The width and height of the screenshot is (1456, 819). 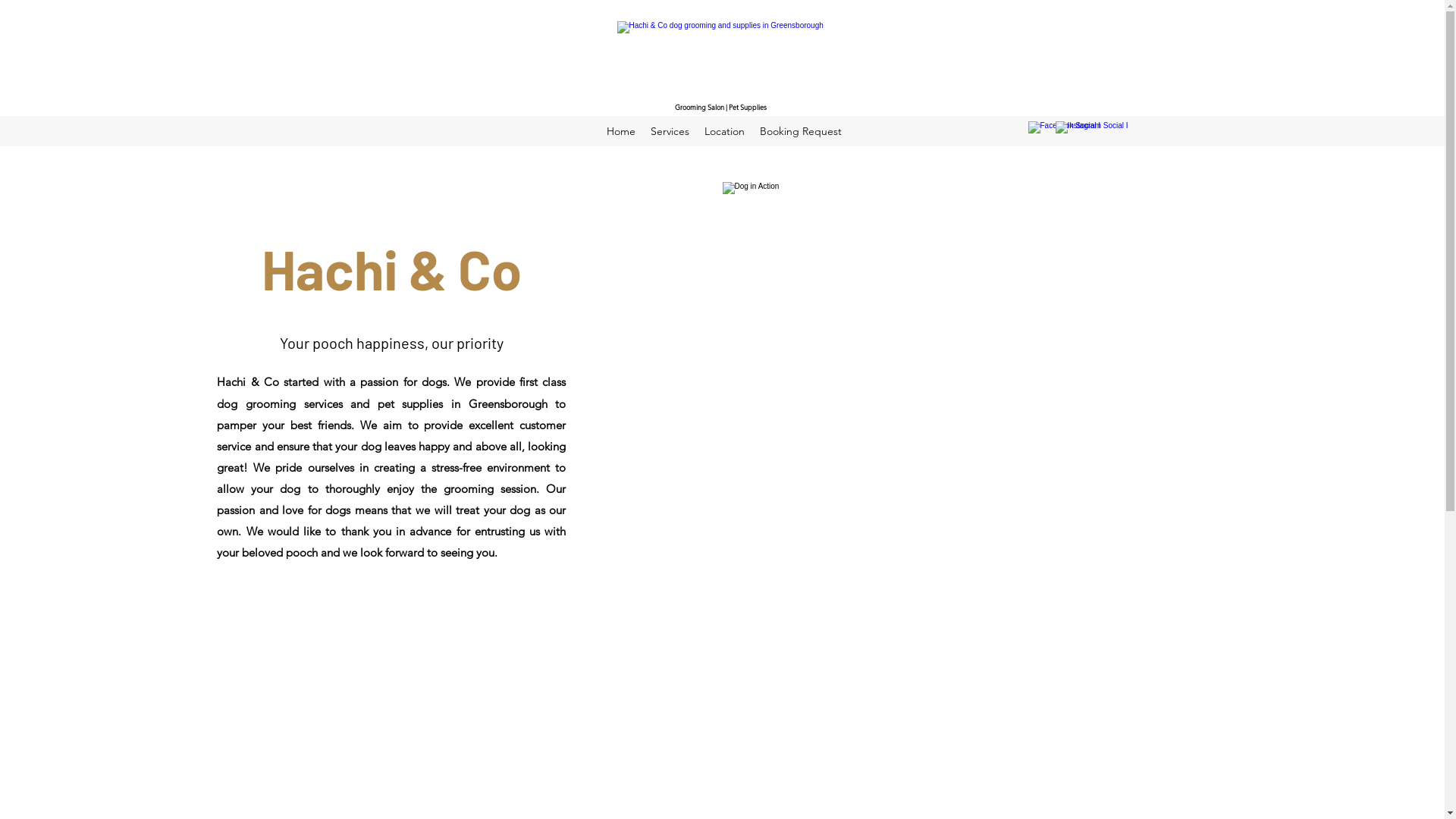 What do you see at coordinates (695, 130) in the screenshot?
I see `'Location'` at bounding box center [695, 130].